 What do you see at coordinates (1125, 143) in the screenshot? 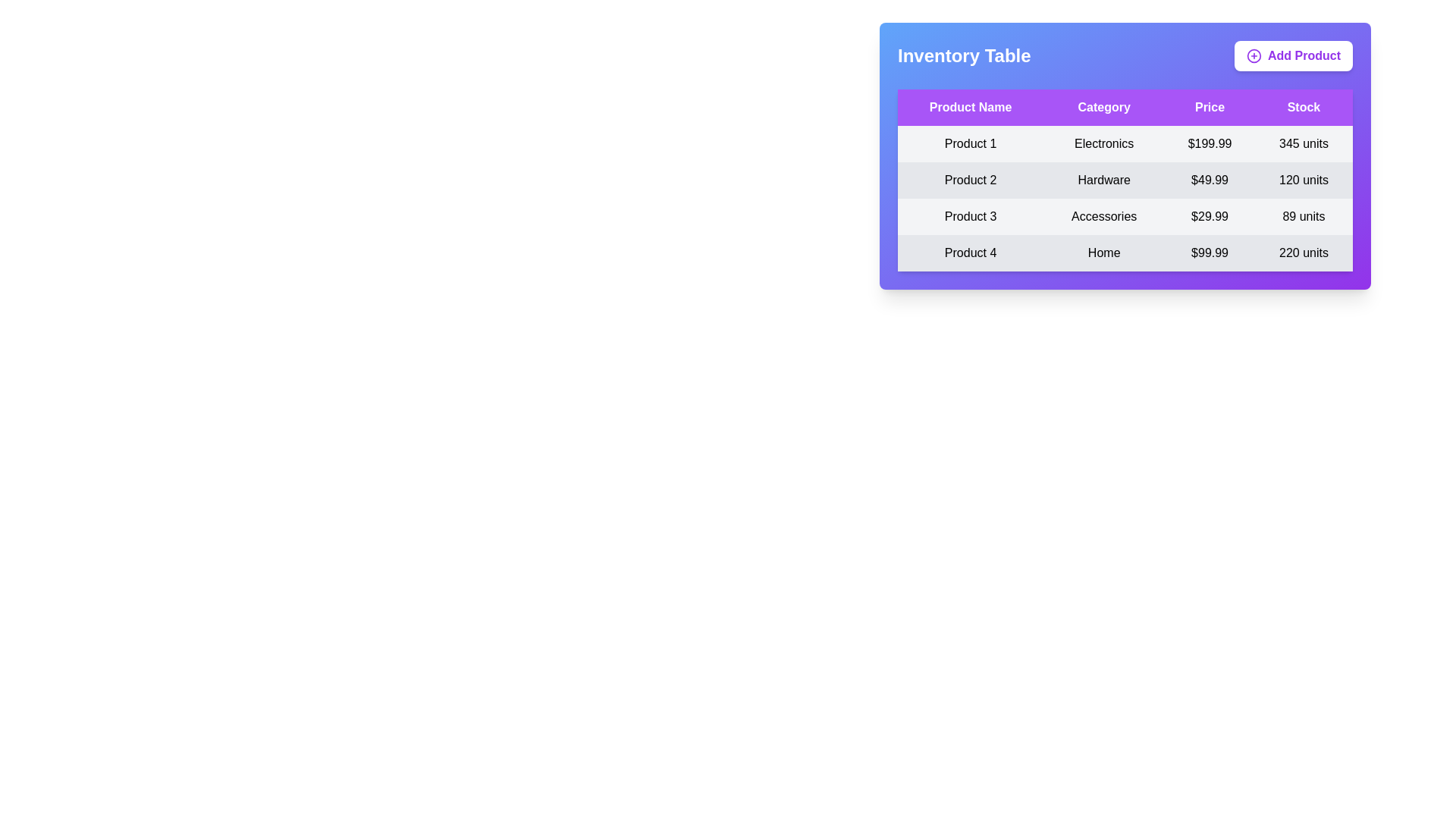
I see `the row corresponding to Product 1` at bounding box center [1125, 143].